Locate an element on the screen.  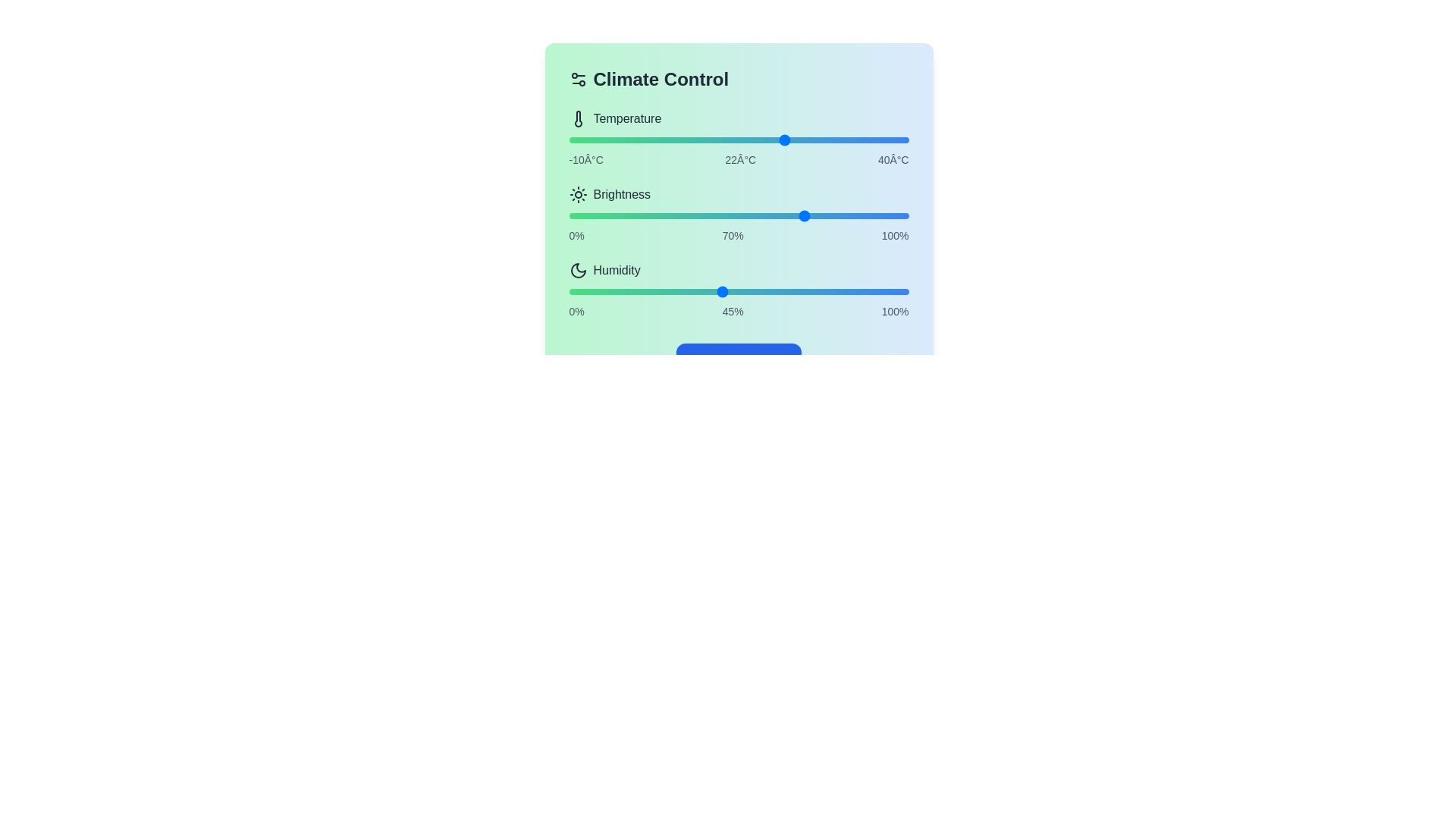
the static text label displaying '100%' which is positioned at the far right end of the group of similar labels under the 'Humidity' slider component is located at coordinates (895, 311).